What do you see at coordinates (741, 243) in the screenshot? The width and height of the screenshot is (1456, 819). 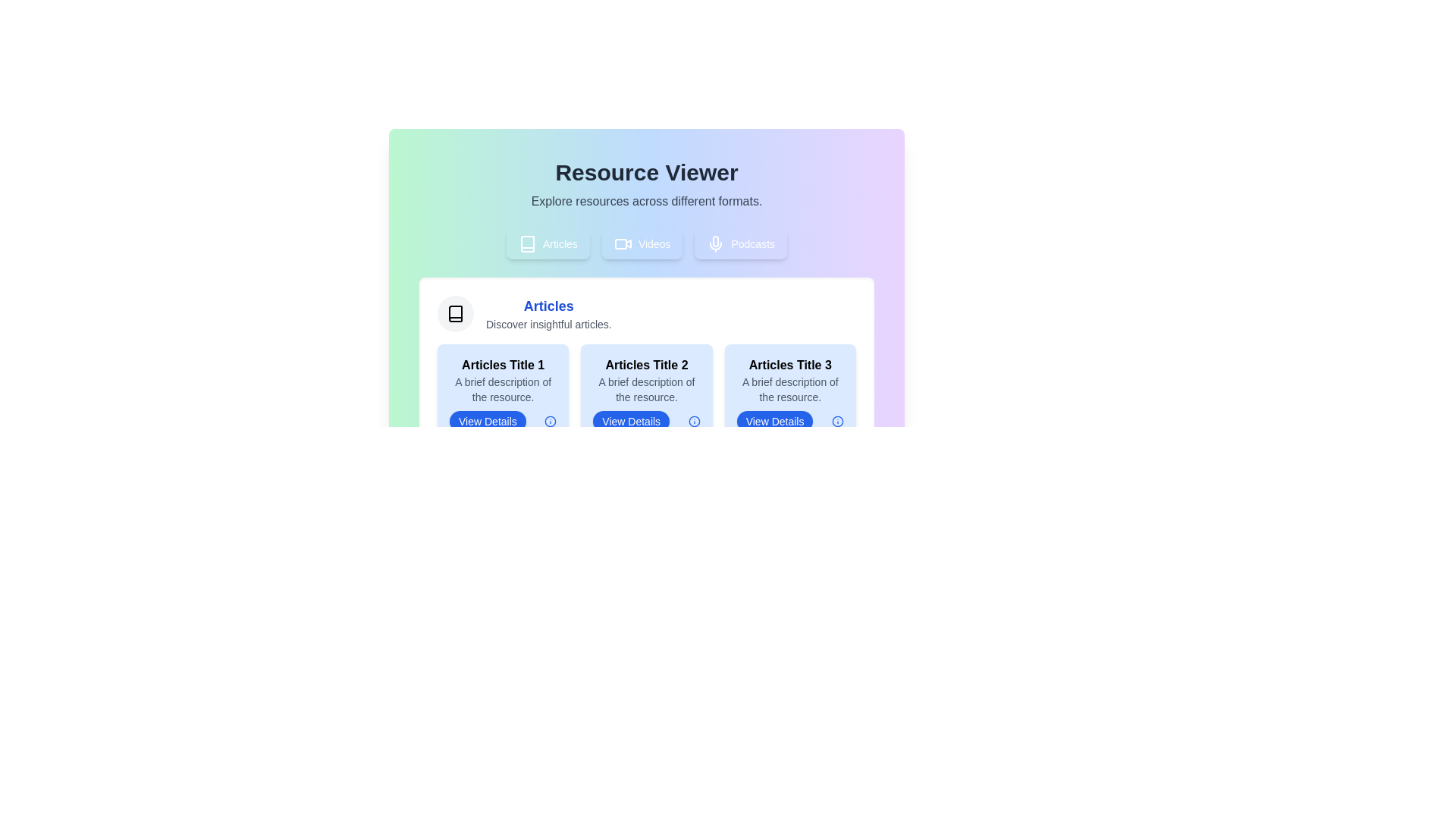 I see `the 'Podcasts' button` at bounding box center [741, 243].